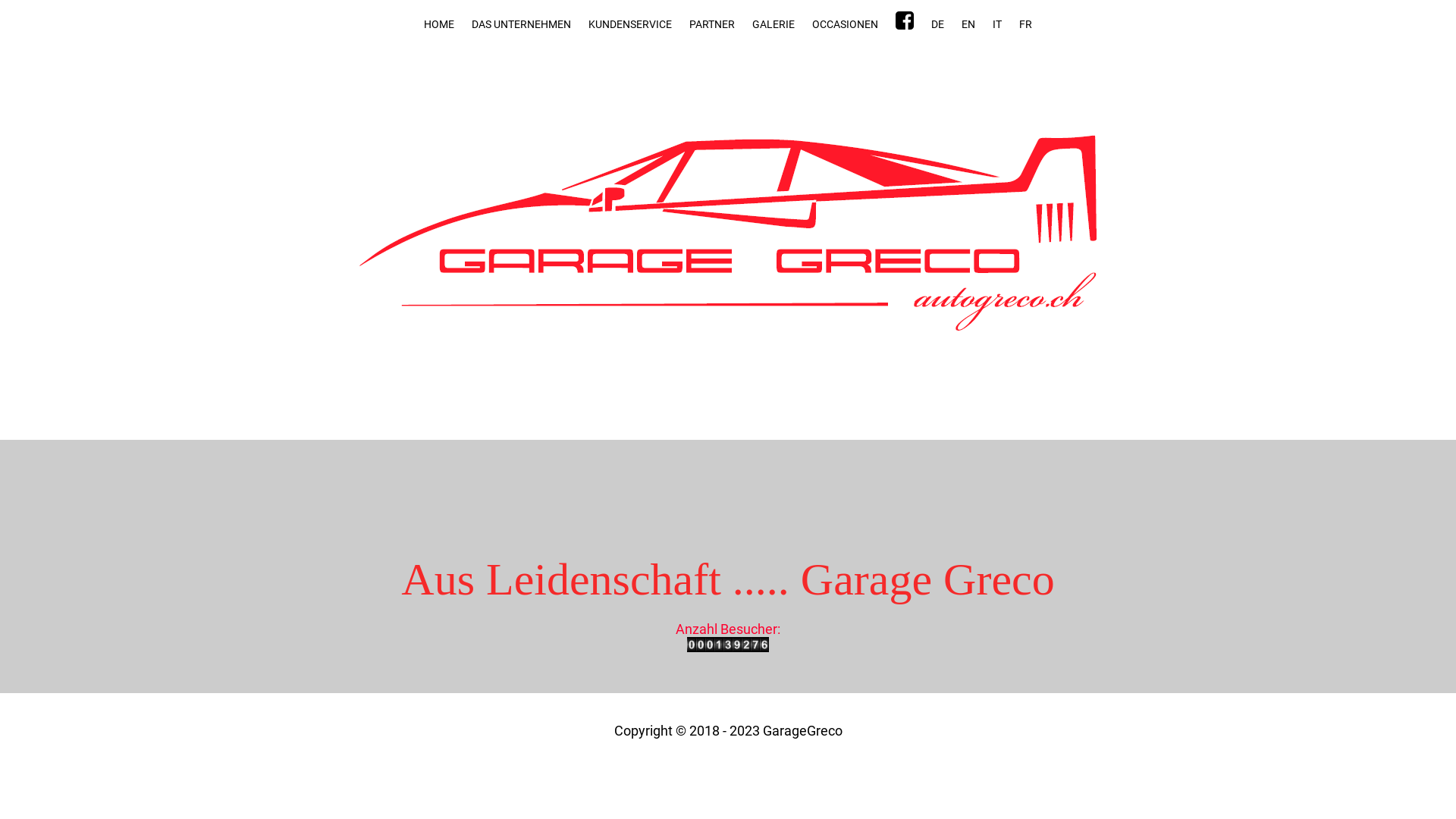  I want to click on 'Anzahl Besucher:', so click(728, 638).